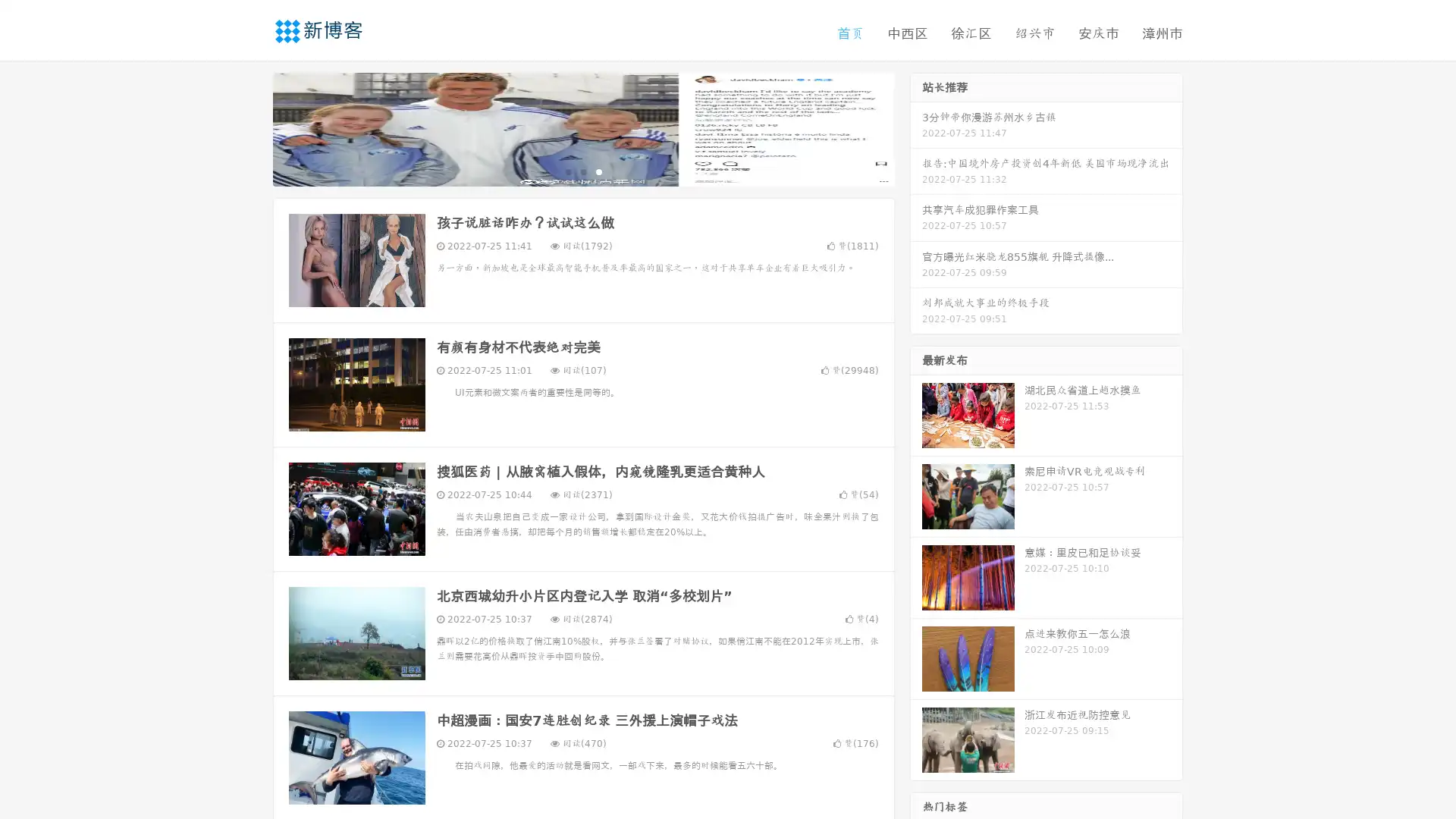 The image size is (1456, 819). I want to click on Go to slide 1, so click(567, 171).